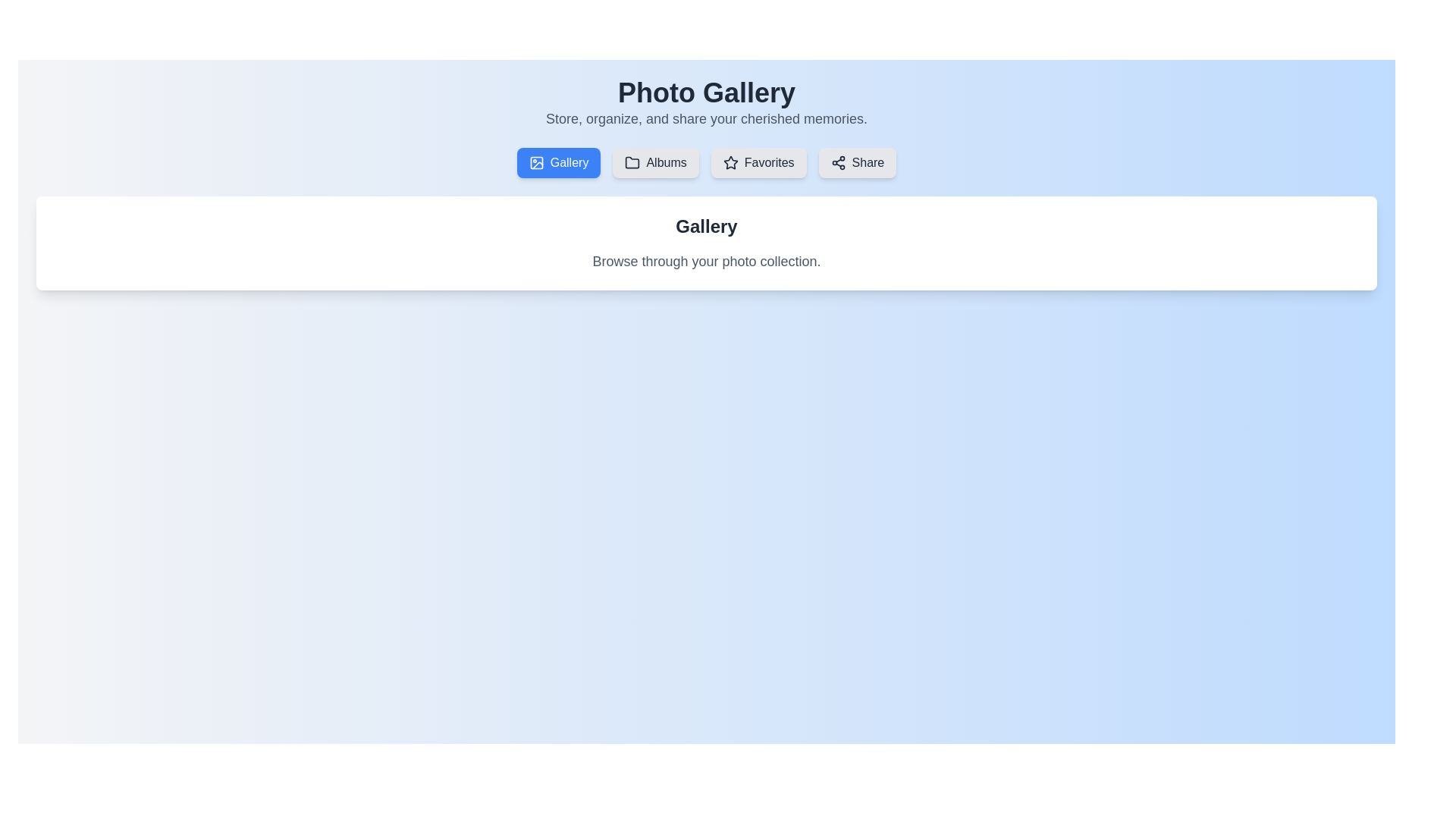 The image size is (1456, 819). What do you see at coordinates (858, 163) in the screenshot?
I see `the tab labeled Share` at bounding box center [858, 163].